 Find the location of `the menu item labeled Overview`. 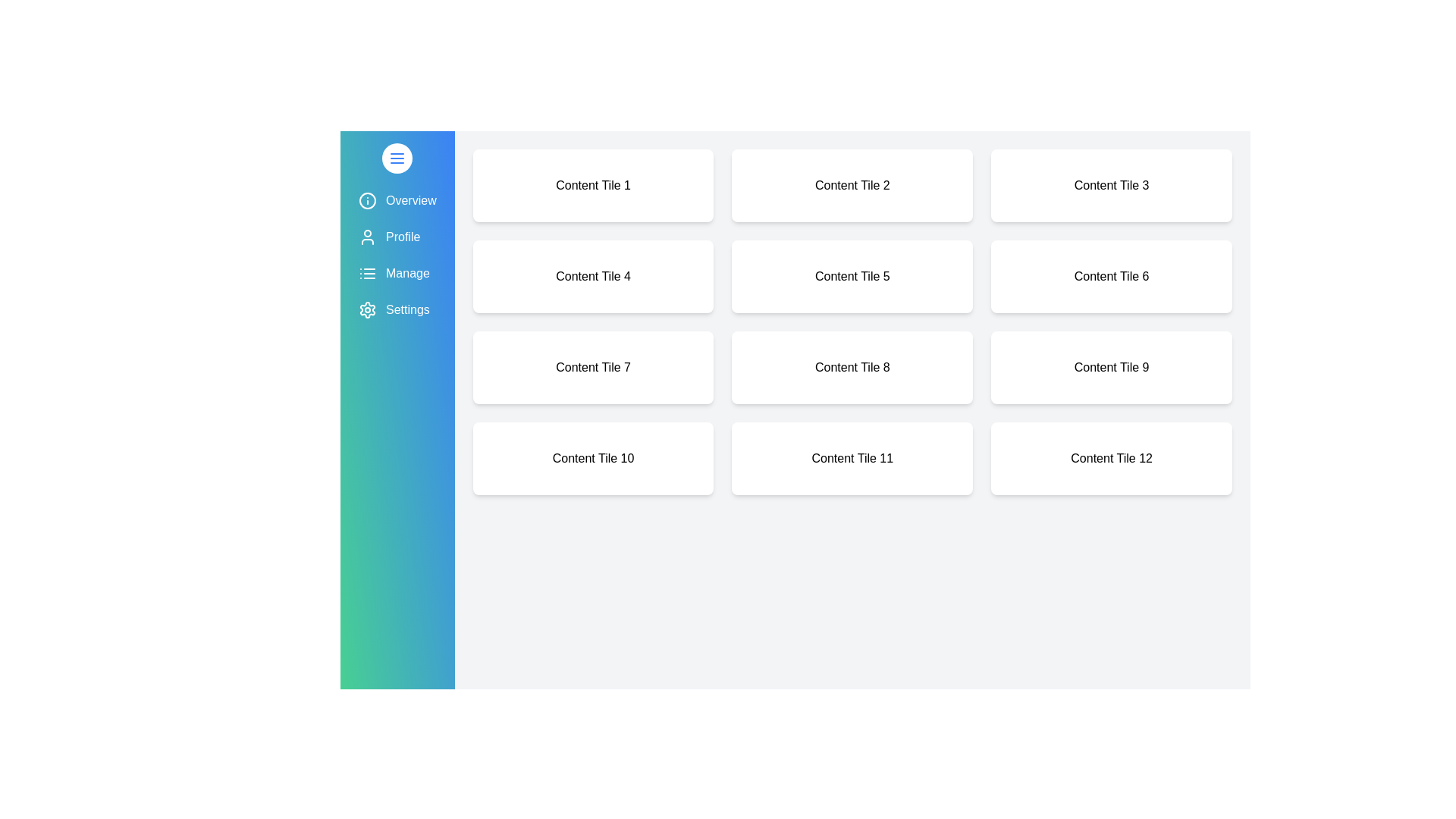

the menu item labeled Overview is located at coordinates (397, 200).